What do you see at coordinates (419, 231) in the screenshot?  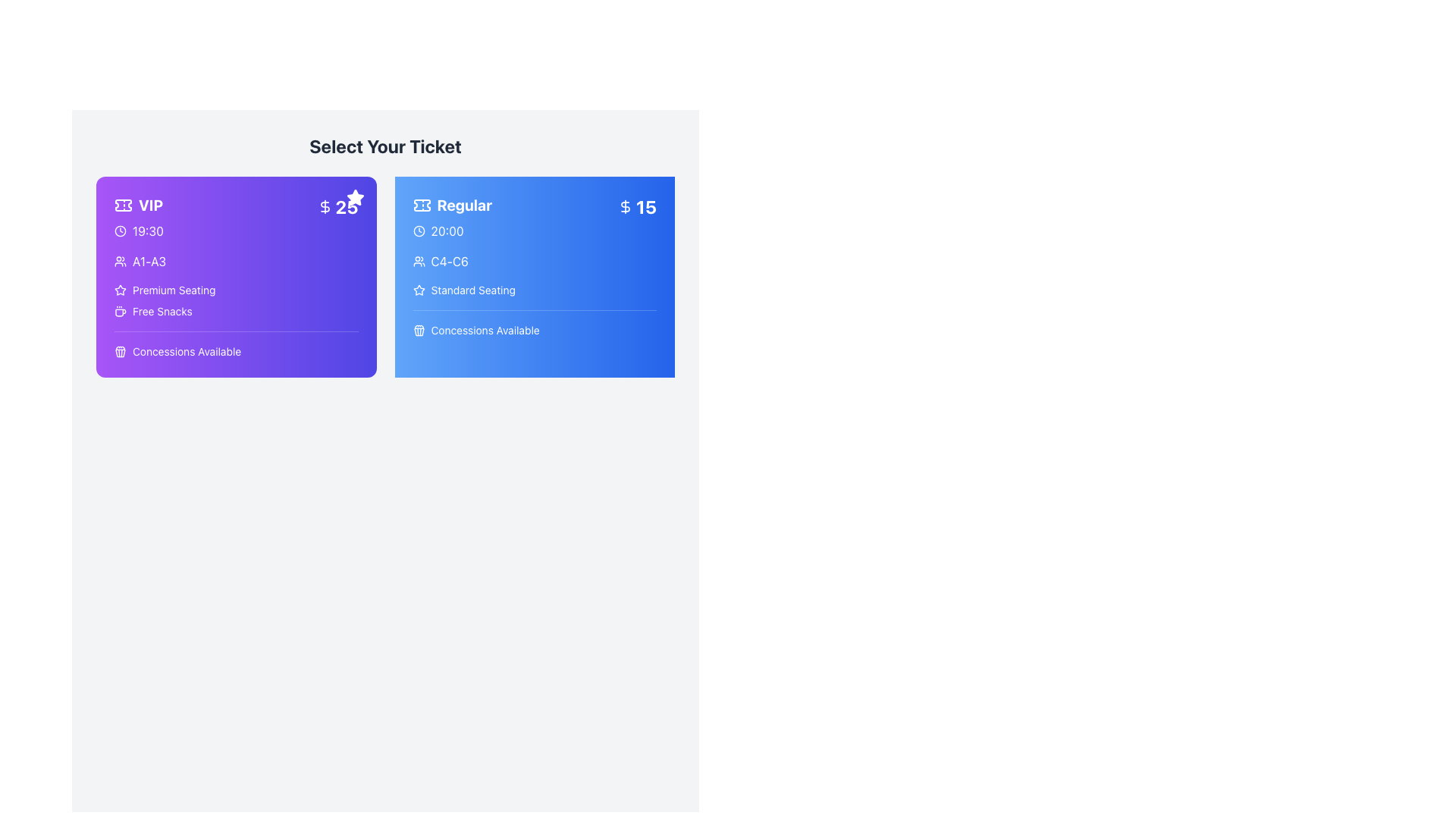 I see `the time-related icon located within the 'Regular' ticket card, next to the time text '20:00'` at bounding box center [419, 231].